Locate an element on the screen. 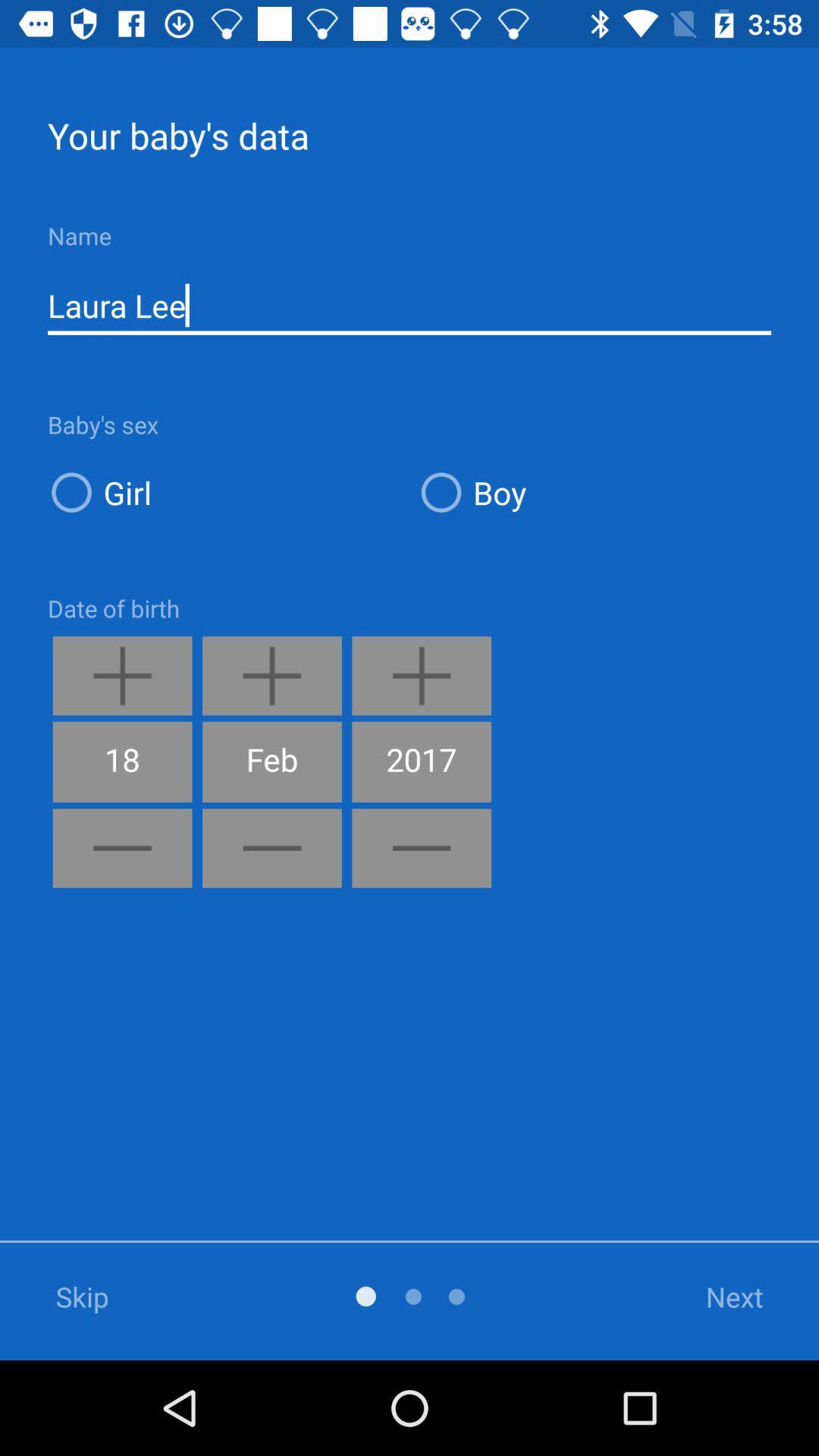 Image resolution: width=819 pixels, height=1456 pixels. the skip is located at coordinates (102, 1295).